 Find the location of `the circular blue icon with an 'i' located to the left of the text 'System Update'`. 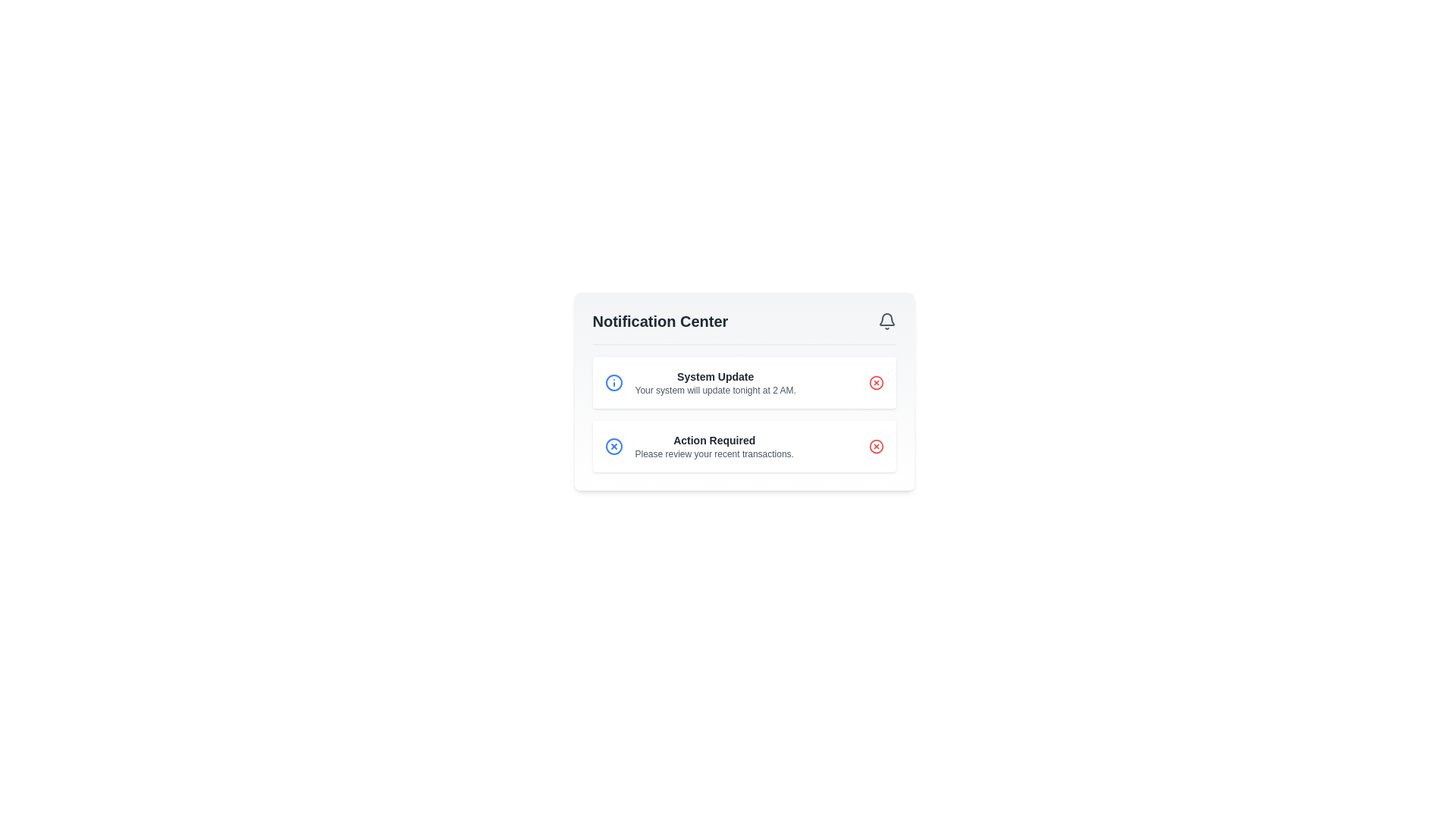

the circular blue icon with an 'i' located to the left of the text 'System Update' is located at coordinates (613, 382).